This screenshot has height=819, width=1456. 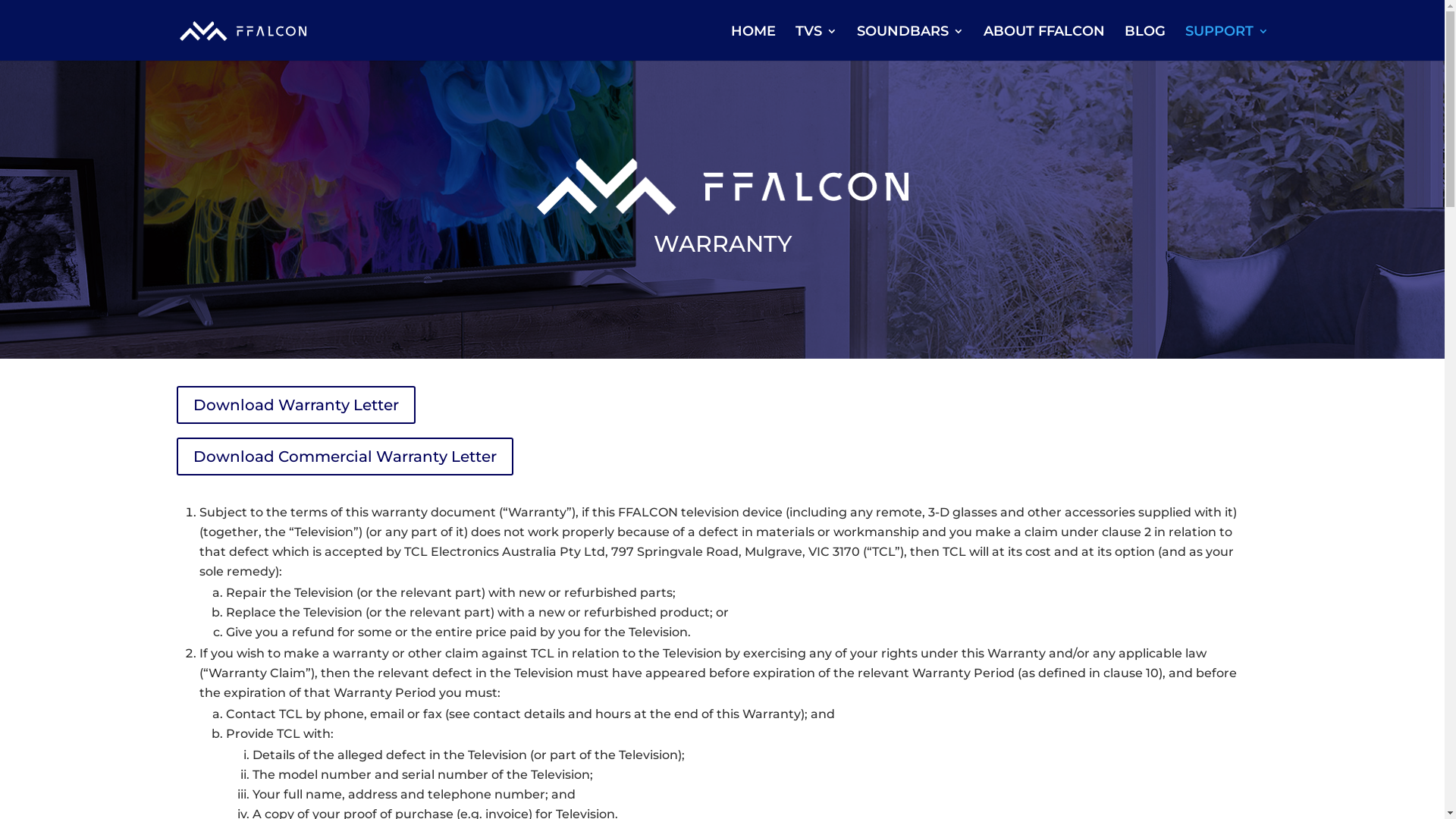 I want to click on 'SUPPORT', so click(x=1183, y=42).